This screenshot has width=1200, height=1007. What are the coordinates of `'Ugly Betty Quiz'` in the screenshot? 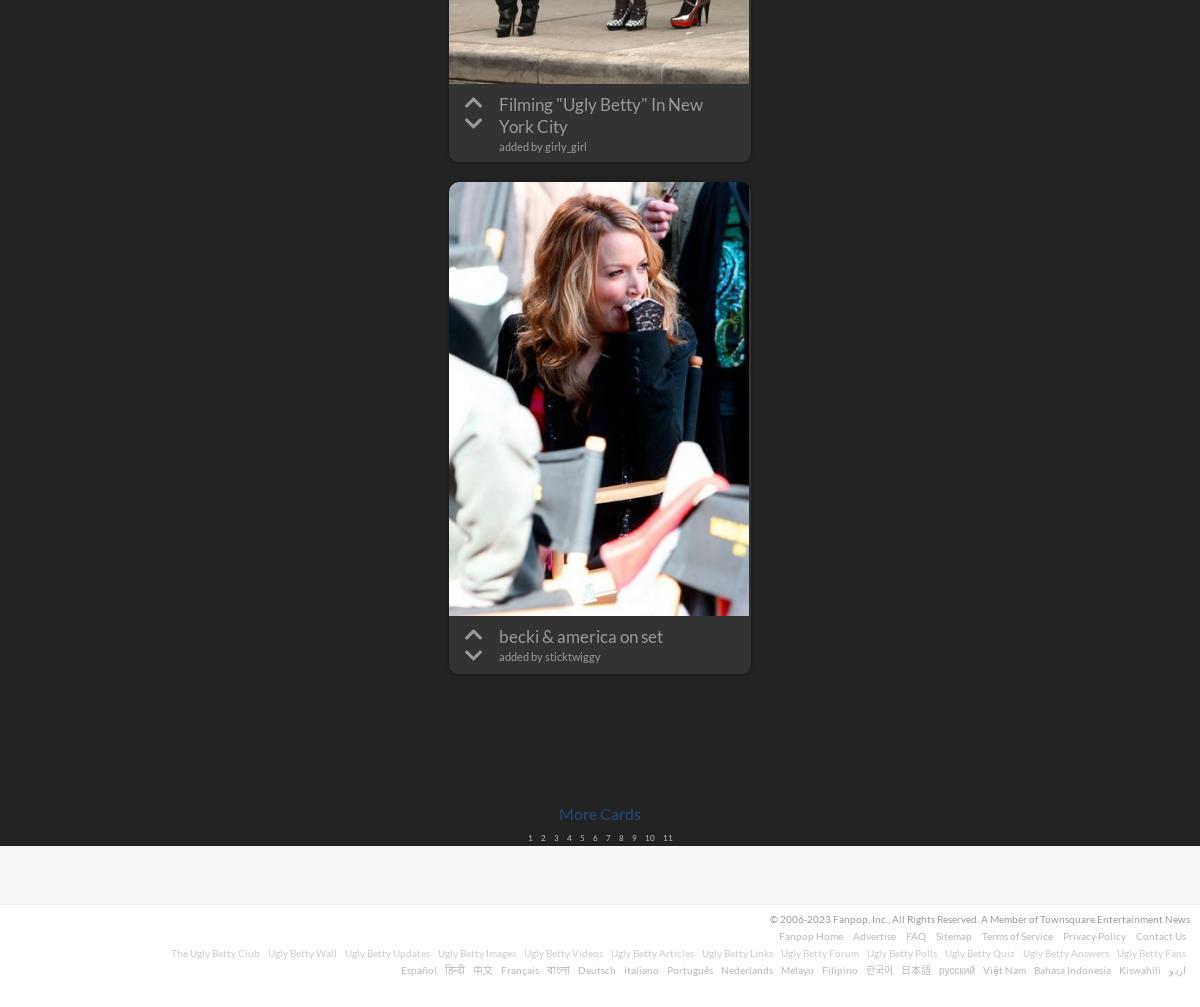 It's located at (980, 952).